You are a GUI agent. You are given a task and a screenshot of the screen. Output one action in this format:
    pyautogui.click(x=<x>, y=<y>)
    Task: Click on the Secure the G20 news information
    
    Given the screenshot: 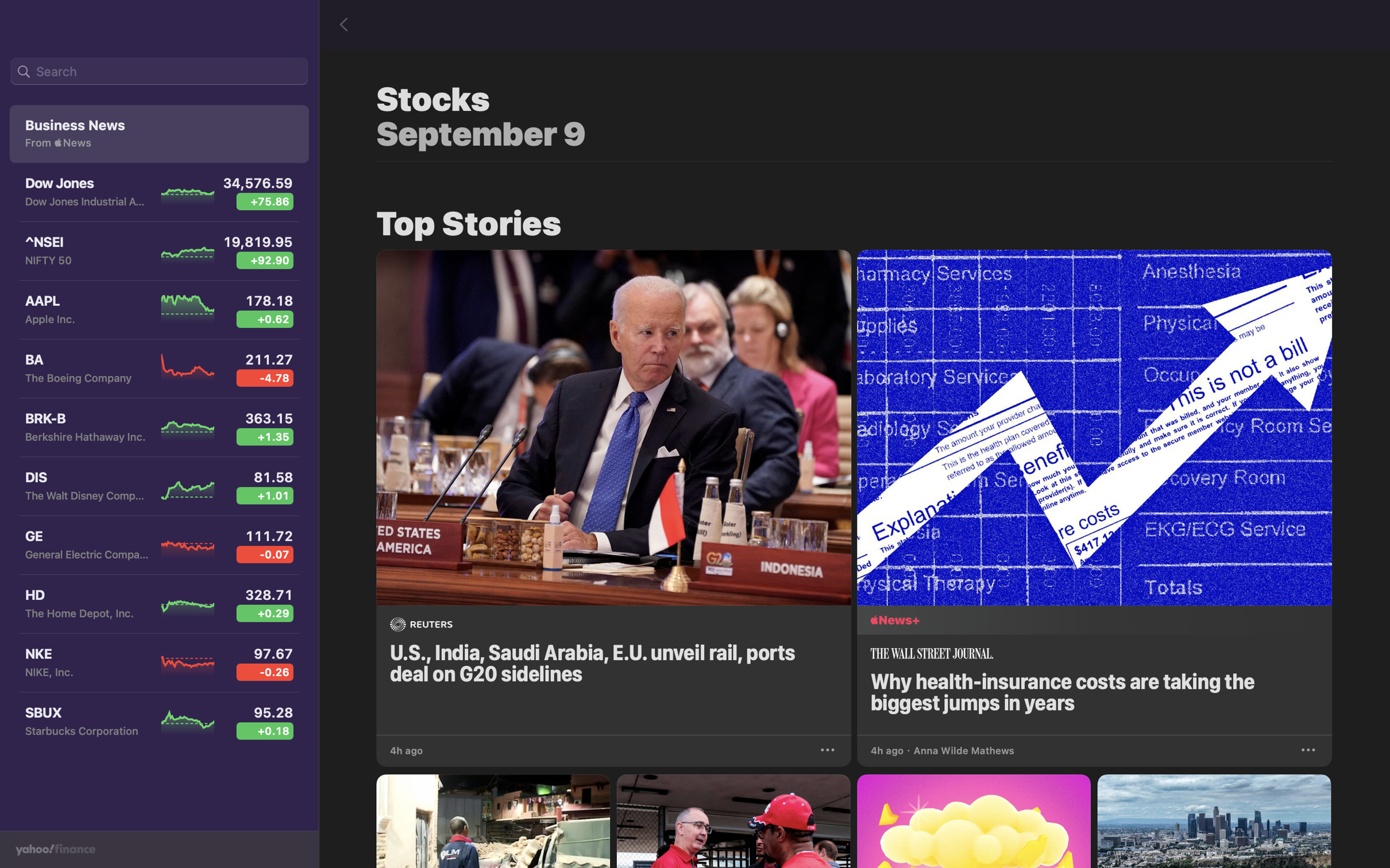 What is the action you would take?
    pyautogui.click(x=829, y=748)
    